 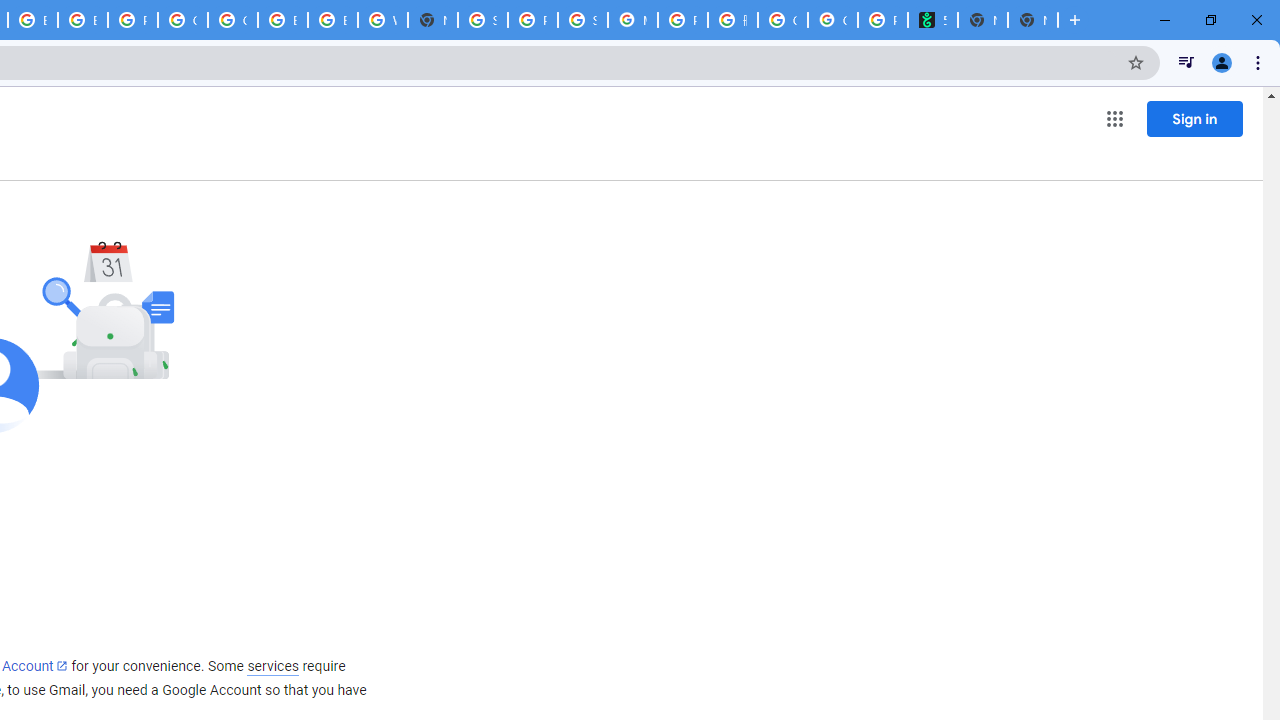 I want to click on 'Sign in - Google Accounts', so click(x=483, y=20).